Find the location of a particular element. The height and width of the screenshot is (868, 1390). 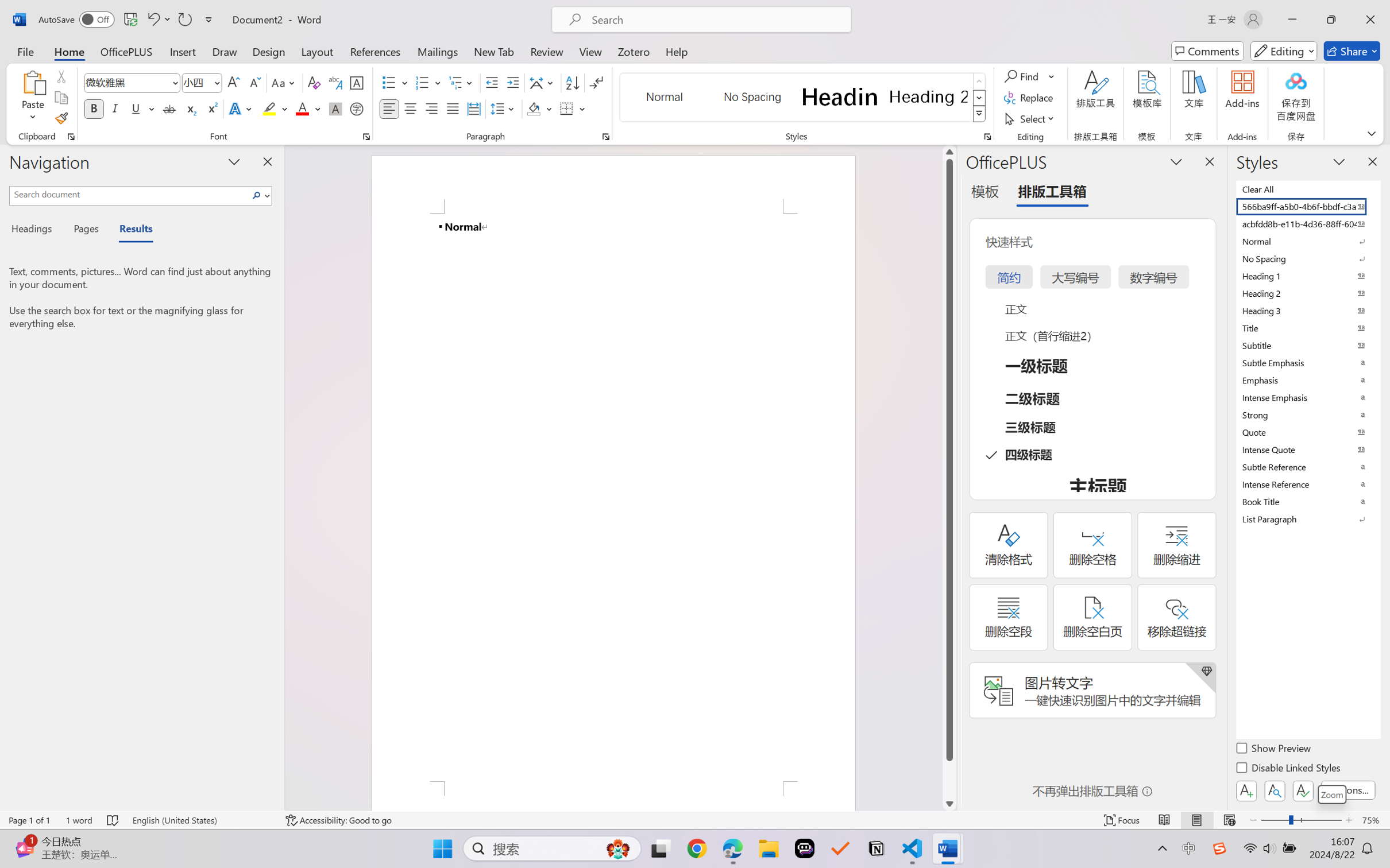

'Intense Reference' is located at coordinates (1307, 484).